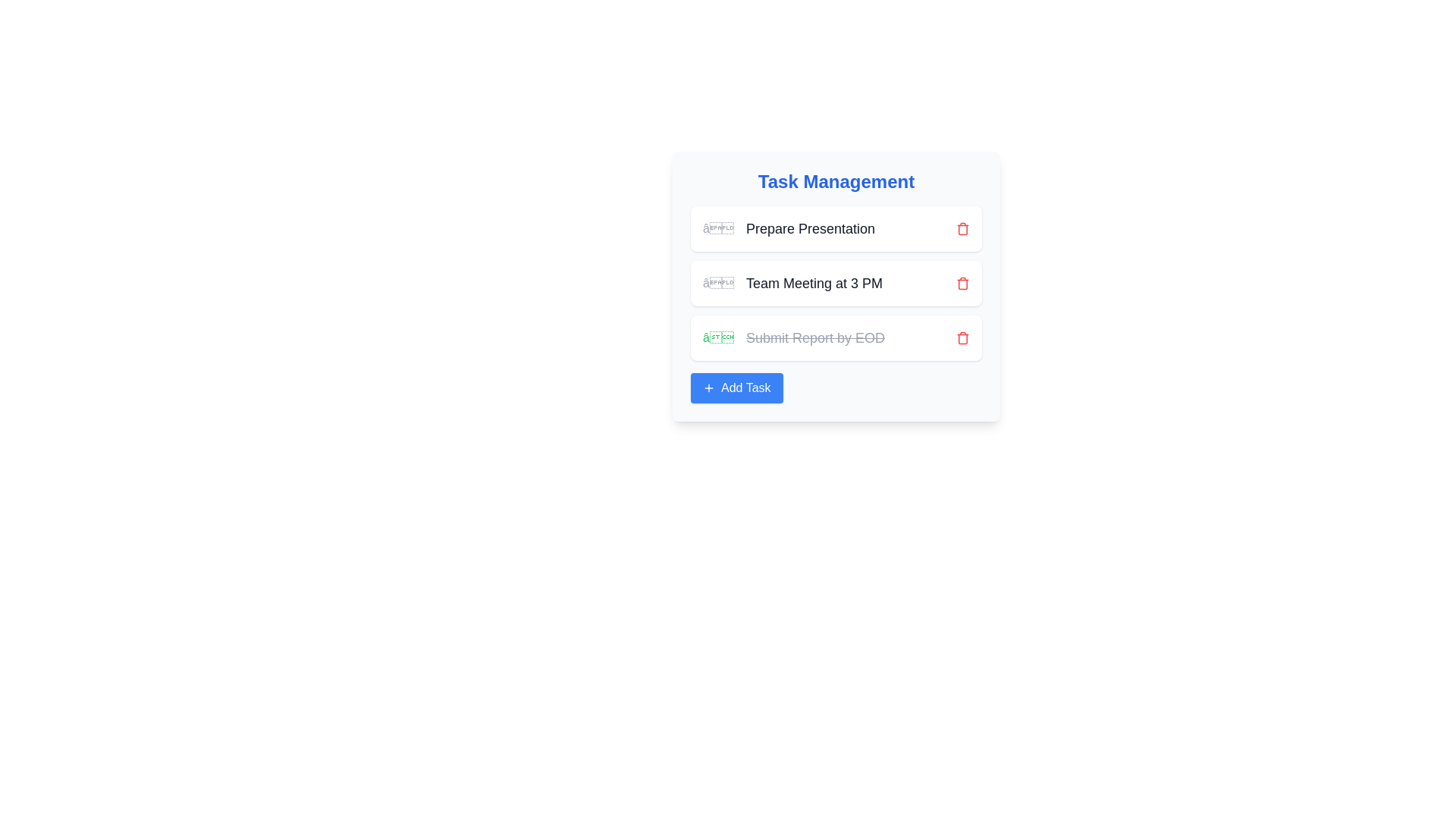  Describe the element at coordinates (792, 337) in the screenshot. I see `the text label with a green checkmark that says 'Submit Report by EOD', styled with strikethrough formatting, indicating completion, located in the third task row under 'Task Management'` at that location.